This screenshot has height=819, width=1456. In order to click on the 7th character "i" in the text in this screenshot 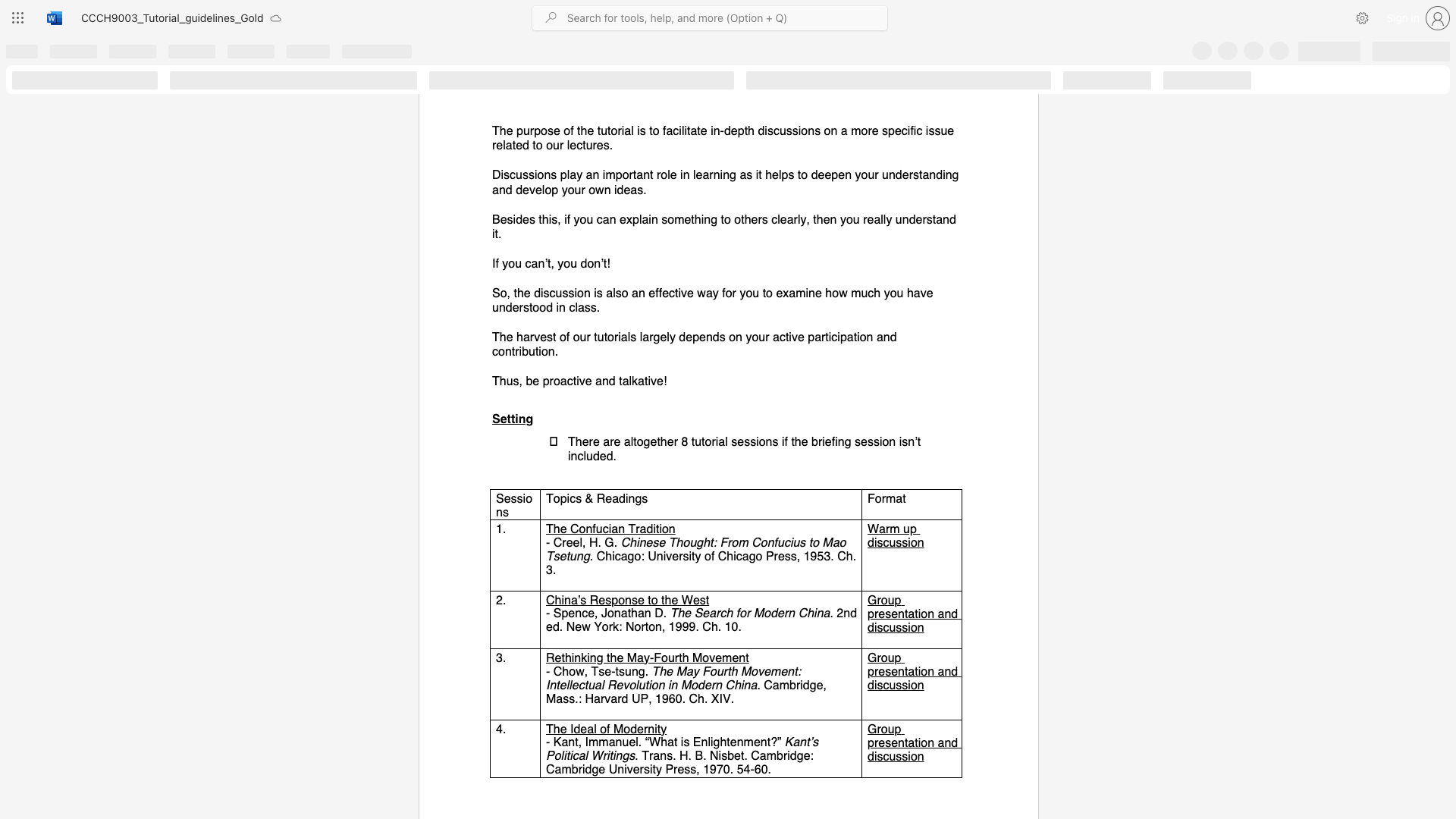, I will do `click(900, 441)`.